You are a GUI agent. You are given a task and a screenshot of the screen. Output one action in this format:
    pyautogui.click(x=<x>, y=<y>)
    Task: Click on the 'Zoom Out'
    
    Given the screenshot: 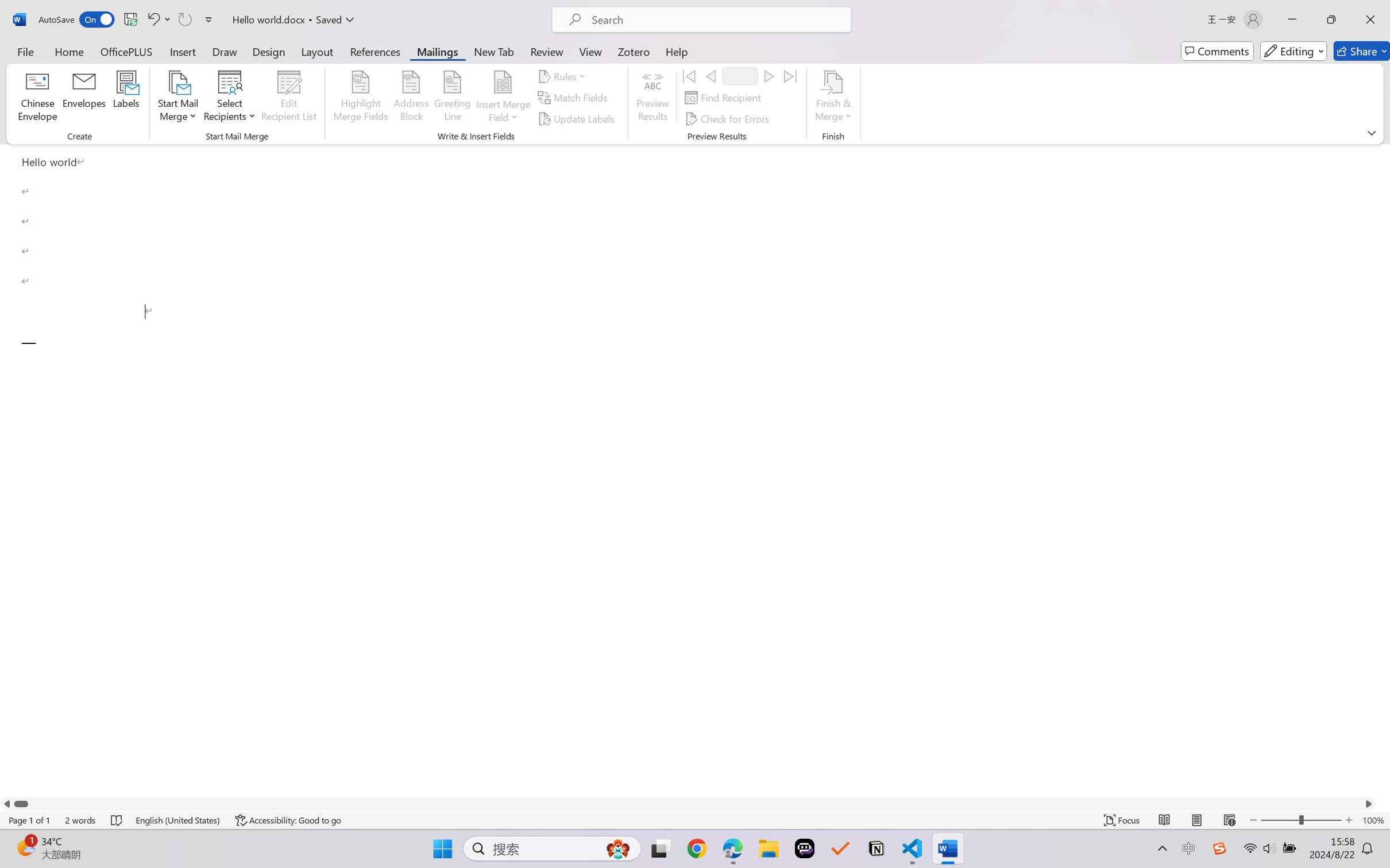 What is the action you would take?
    pyautogui.click(x=1279, y=820)
    